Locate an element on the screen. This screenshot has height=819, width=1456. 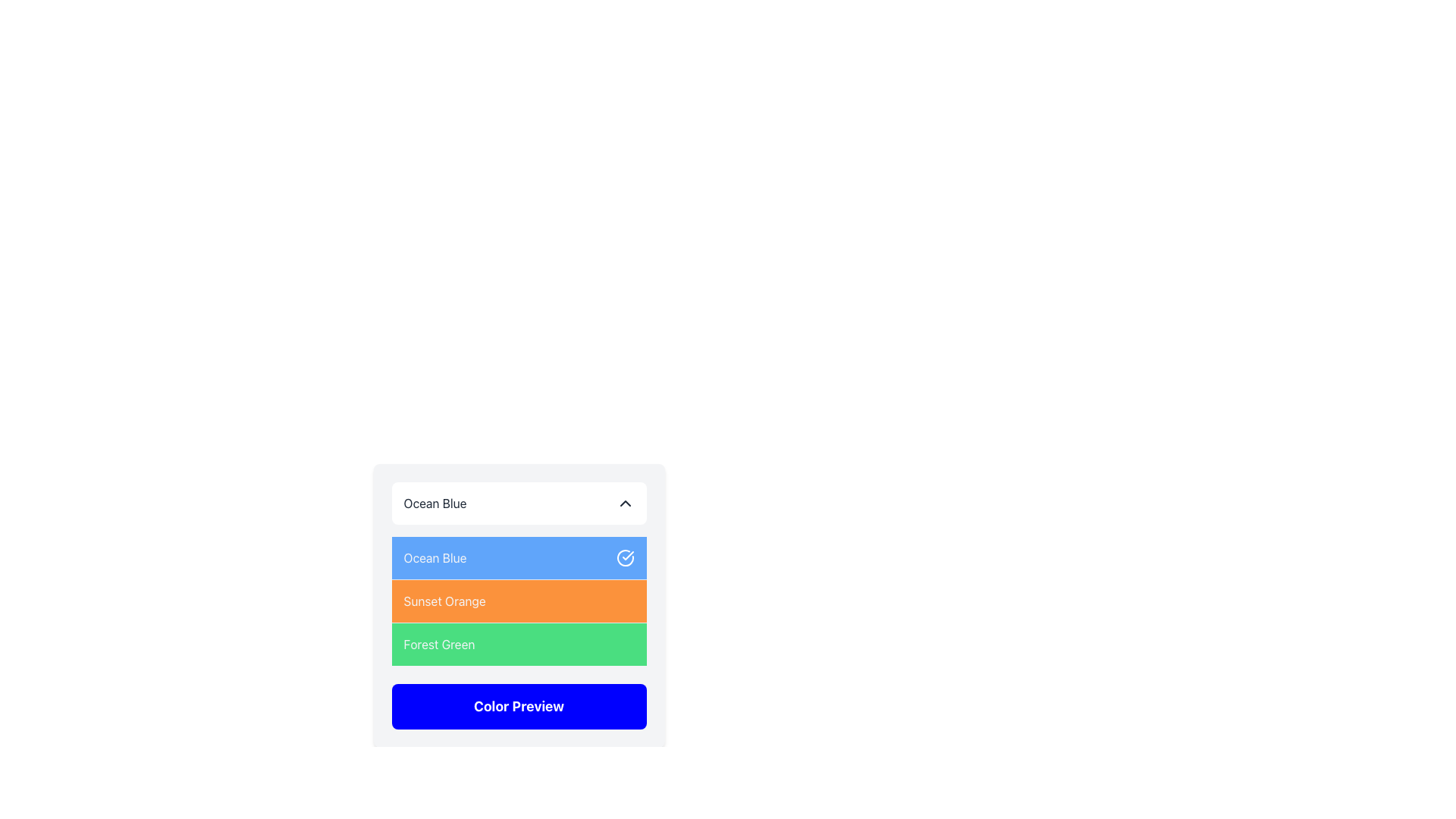
the 'Color Preview' label with a blue background and rounded corners, which is the last visible element in the list of color options is located at coordinates (519, 707).